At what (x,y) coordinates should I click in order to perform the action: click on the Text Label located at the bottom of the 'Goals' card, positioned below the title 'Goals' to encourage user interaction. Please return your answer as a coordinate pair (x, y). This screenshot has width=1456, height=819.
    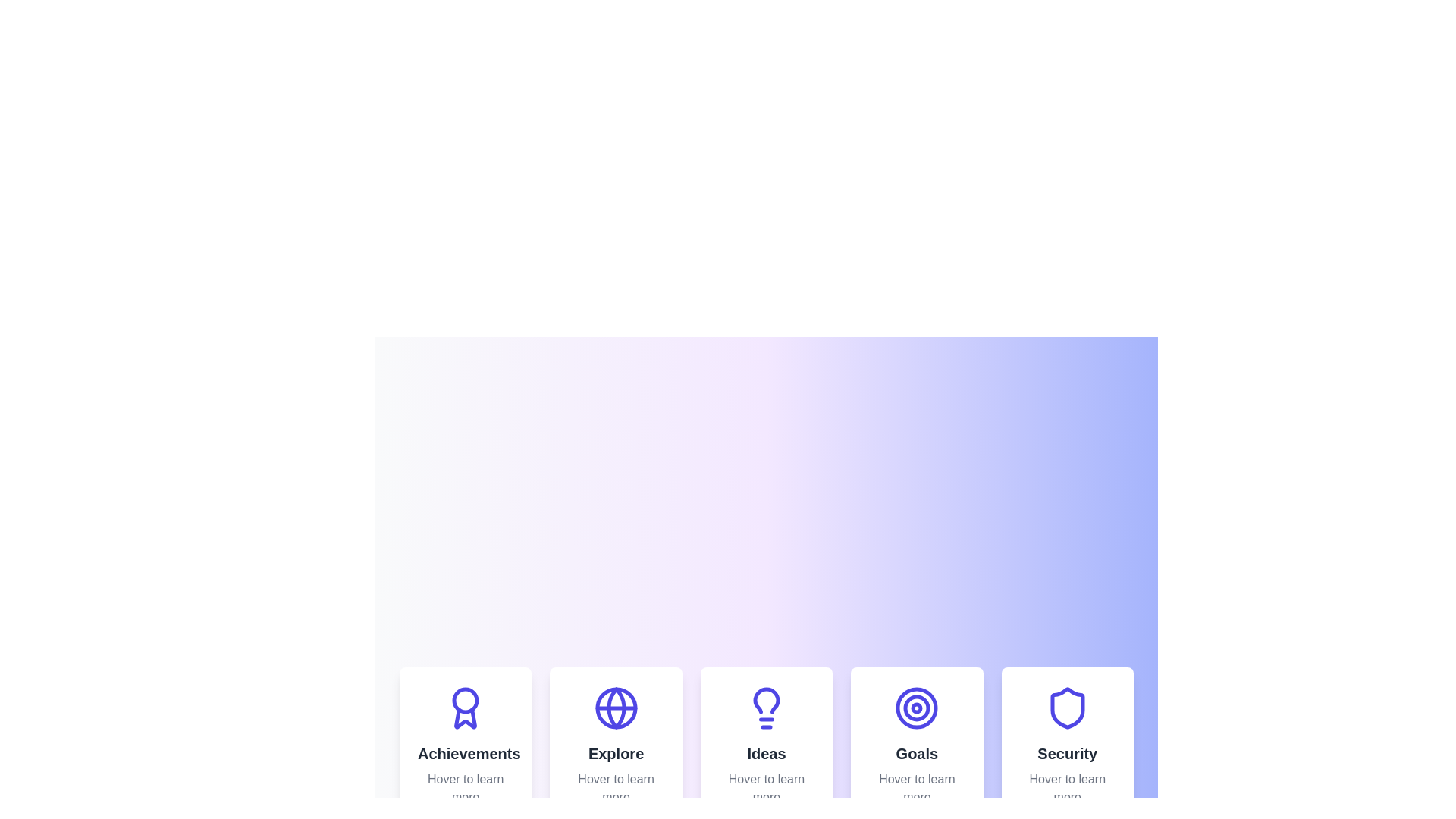
    Looking at the image, I should click on (916, 788).